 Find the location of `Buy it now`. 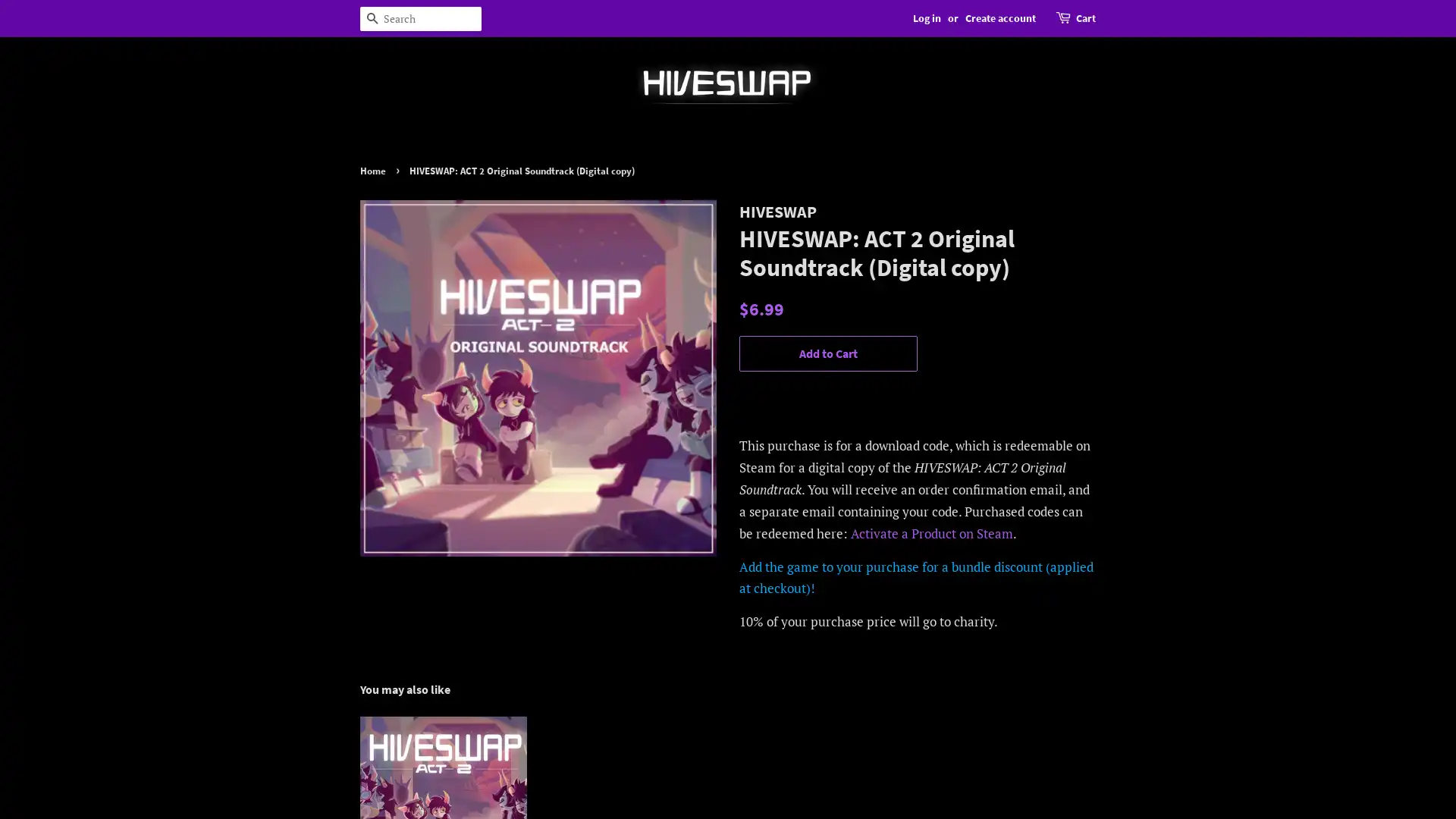

Buy it now is located at coordinates (827, 396).